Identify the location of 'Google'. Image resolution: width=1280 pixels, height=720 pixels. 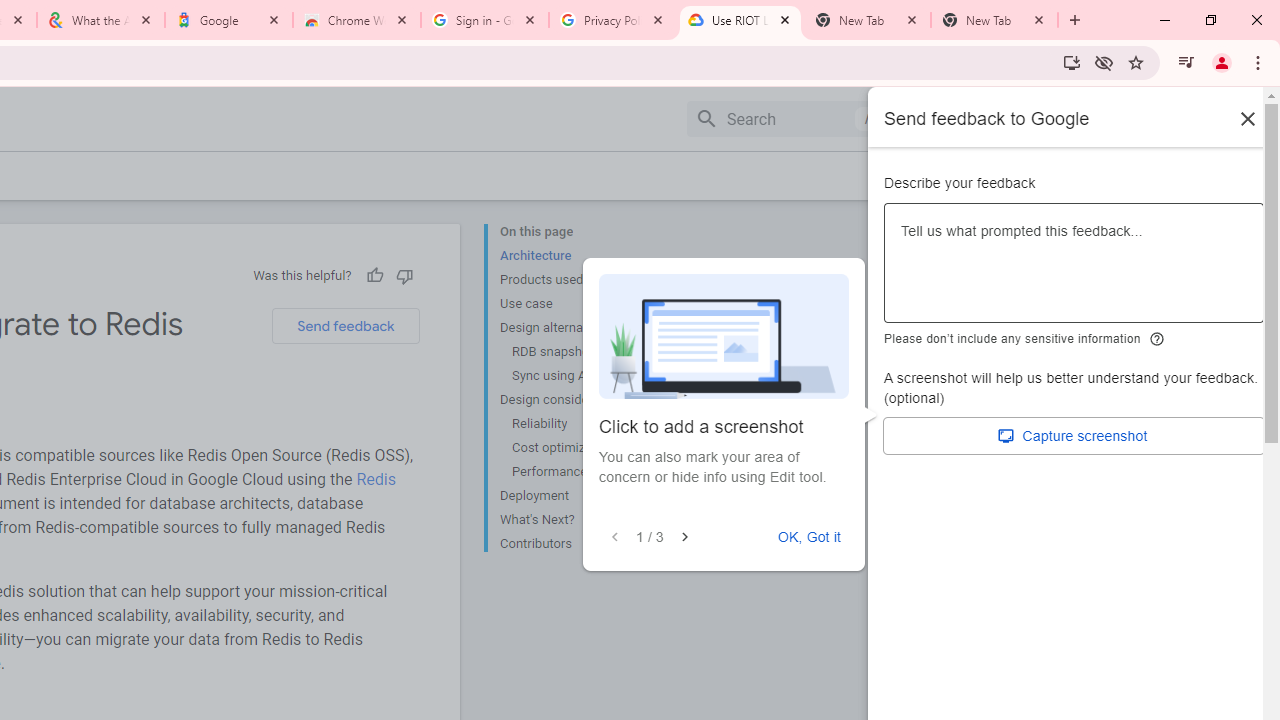
(229, 20).